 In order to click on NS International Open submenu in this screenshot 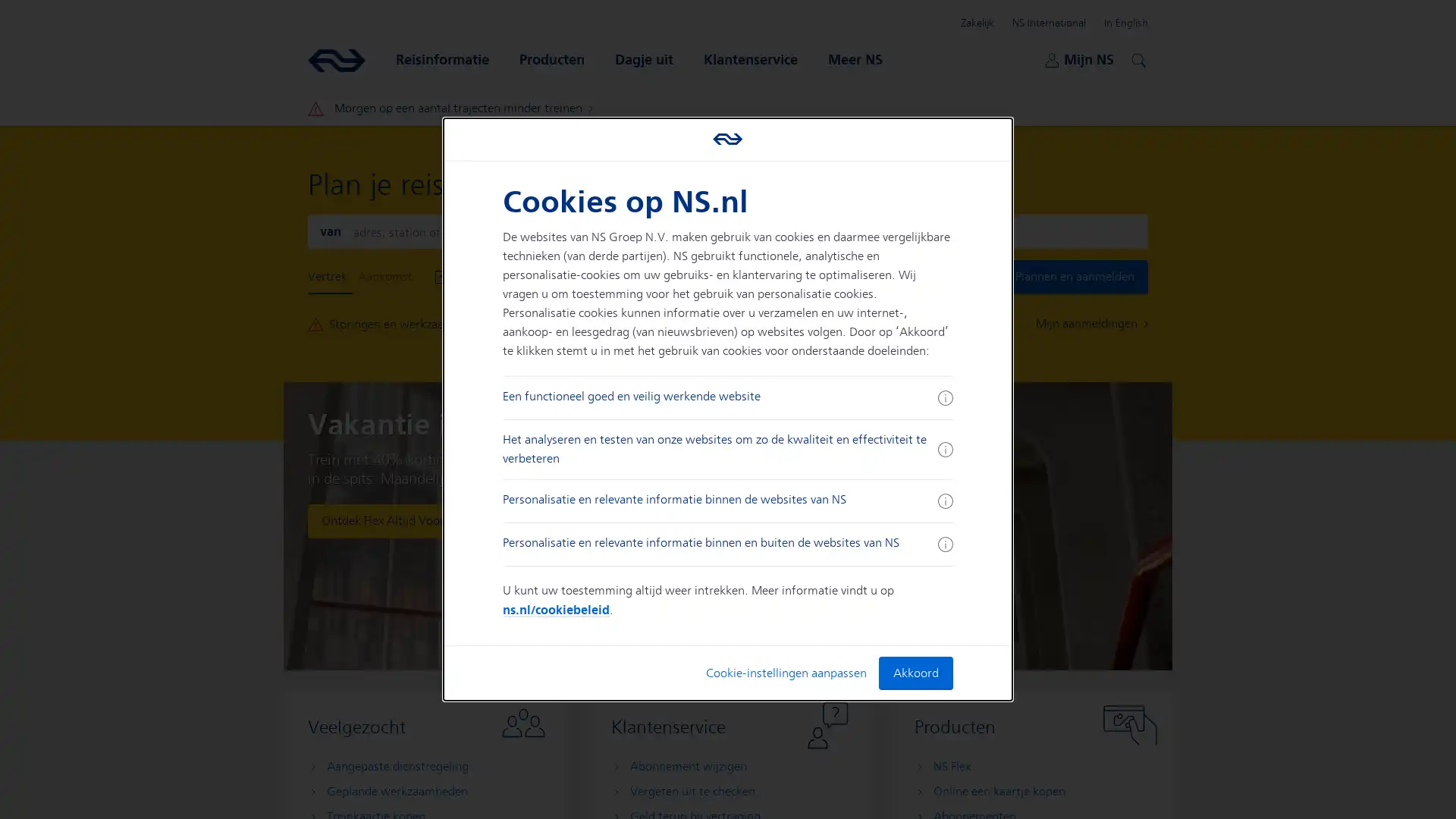, I will do `click(1048, 23)`.